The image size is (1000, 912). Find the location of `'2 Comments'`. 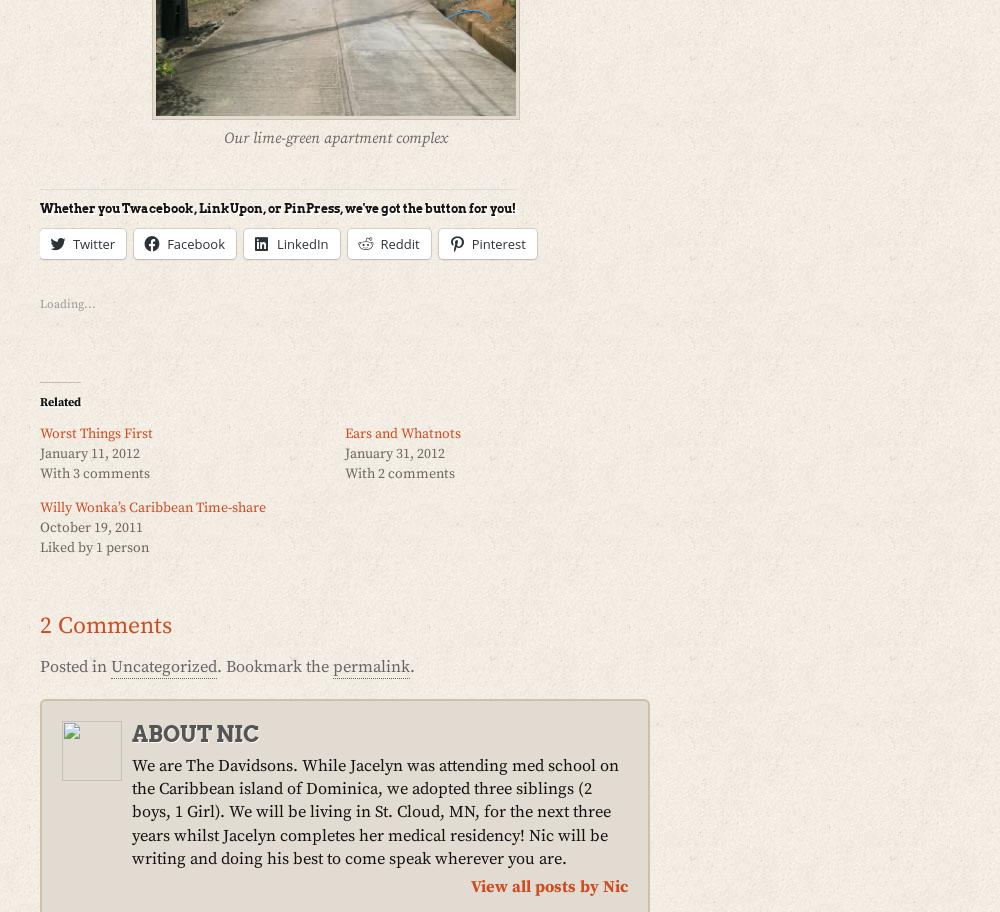

'2 Comments' is located at coordinates (105, 624).